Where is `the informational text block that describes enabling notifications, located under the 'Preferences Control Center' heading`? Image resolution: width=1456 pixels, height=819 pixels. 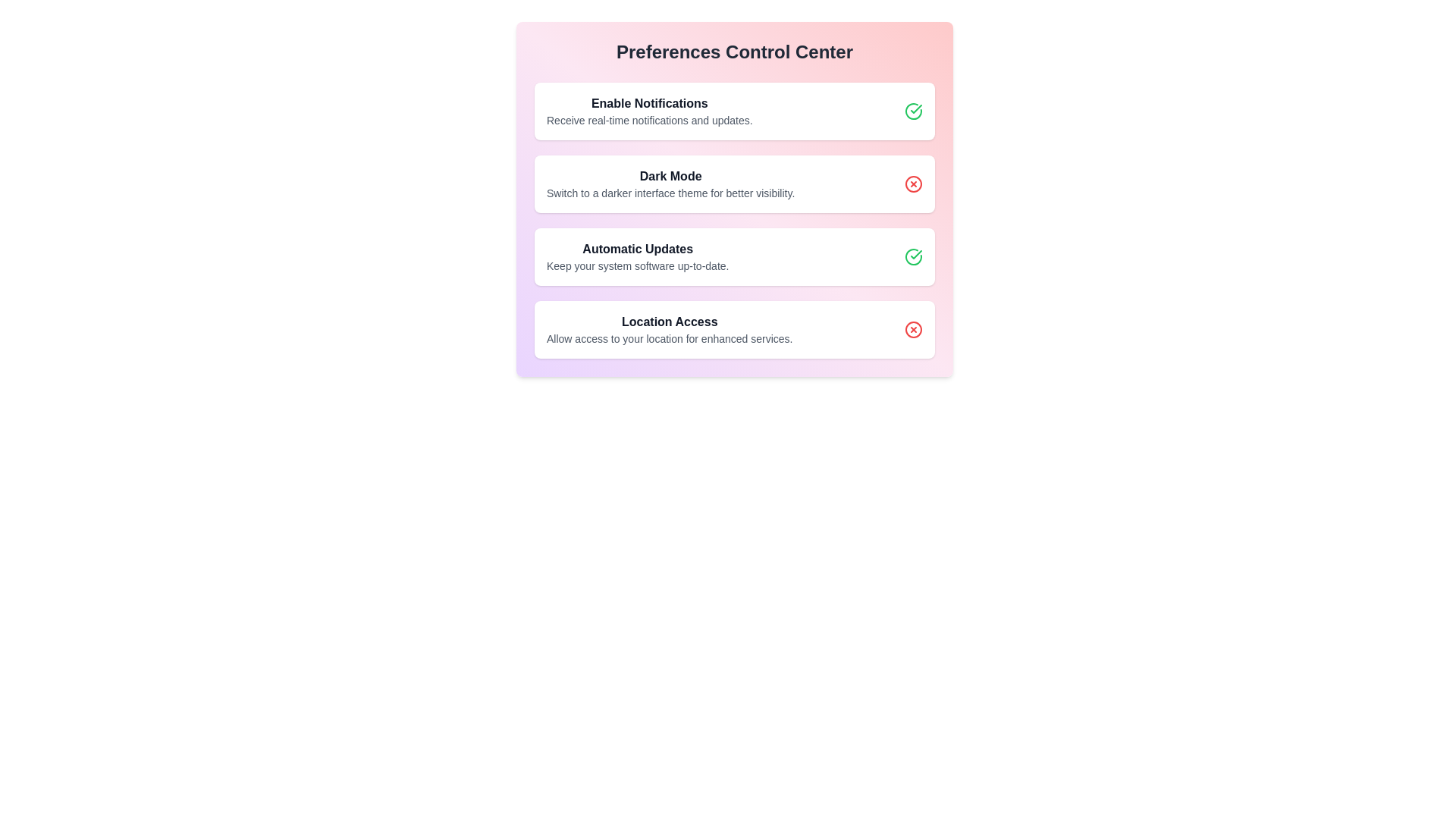
the informational text block that describes enabling notifications, located under the 'Preferences Control Center' heading is located at coordinates (649, 110).